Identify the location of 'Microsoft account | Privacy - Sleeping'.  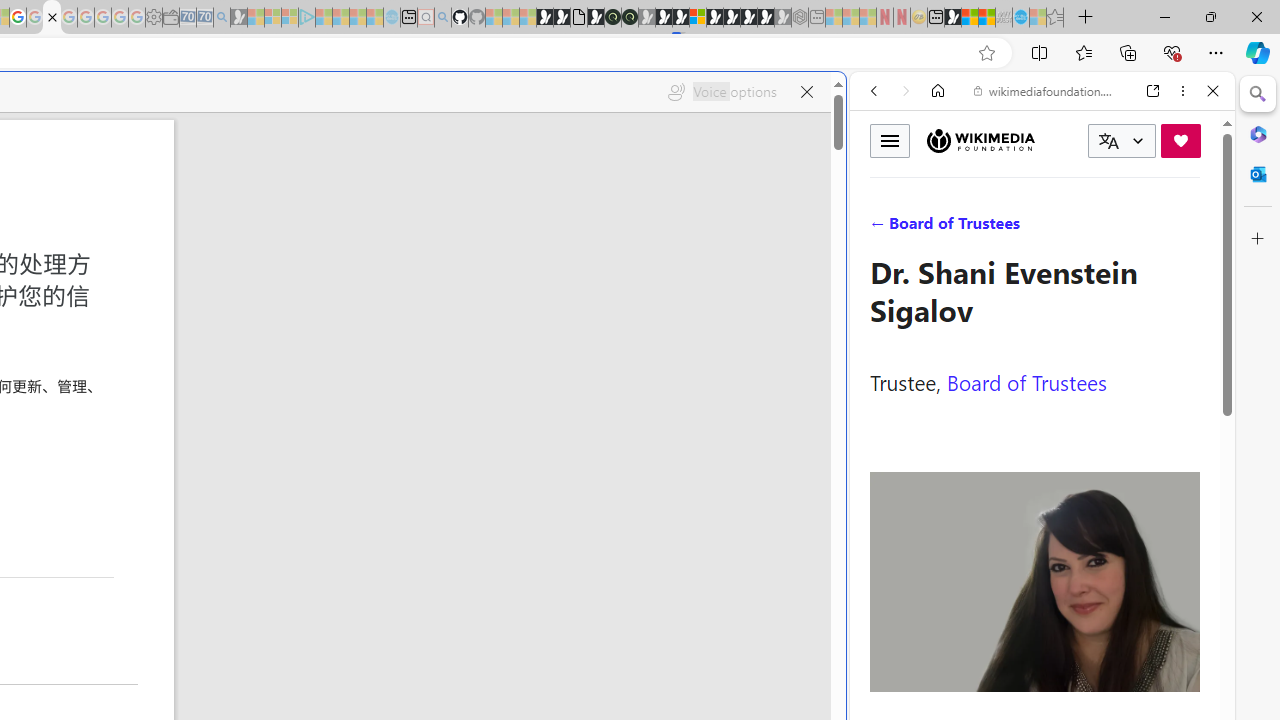
(288, 17).